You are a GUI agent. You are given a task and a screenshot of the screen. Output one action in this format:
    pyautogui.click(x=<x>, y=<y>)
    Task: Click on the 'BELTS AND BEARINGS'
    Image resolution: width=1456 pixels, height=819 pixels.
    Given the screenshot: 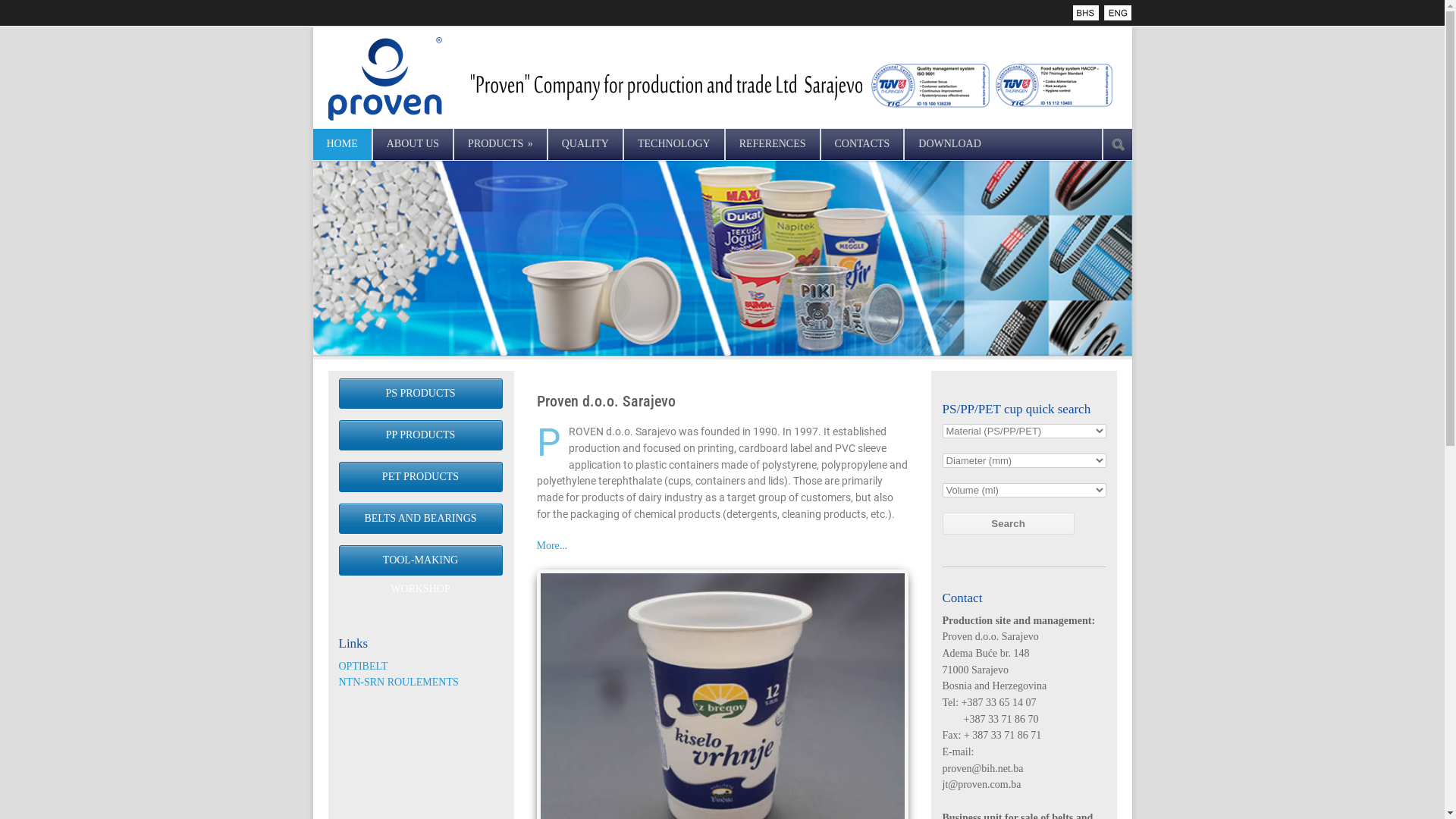 What is the action you would take?
    pyautogui.click(x=337, y=517)
    